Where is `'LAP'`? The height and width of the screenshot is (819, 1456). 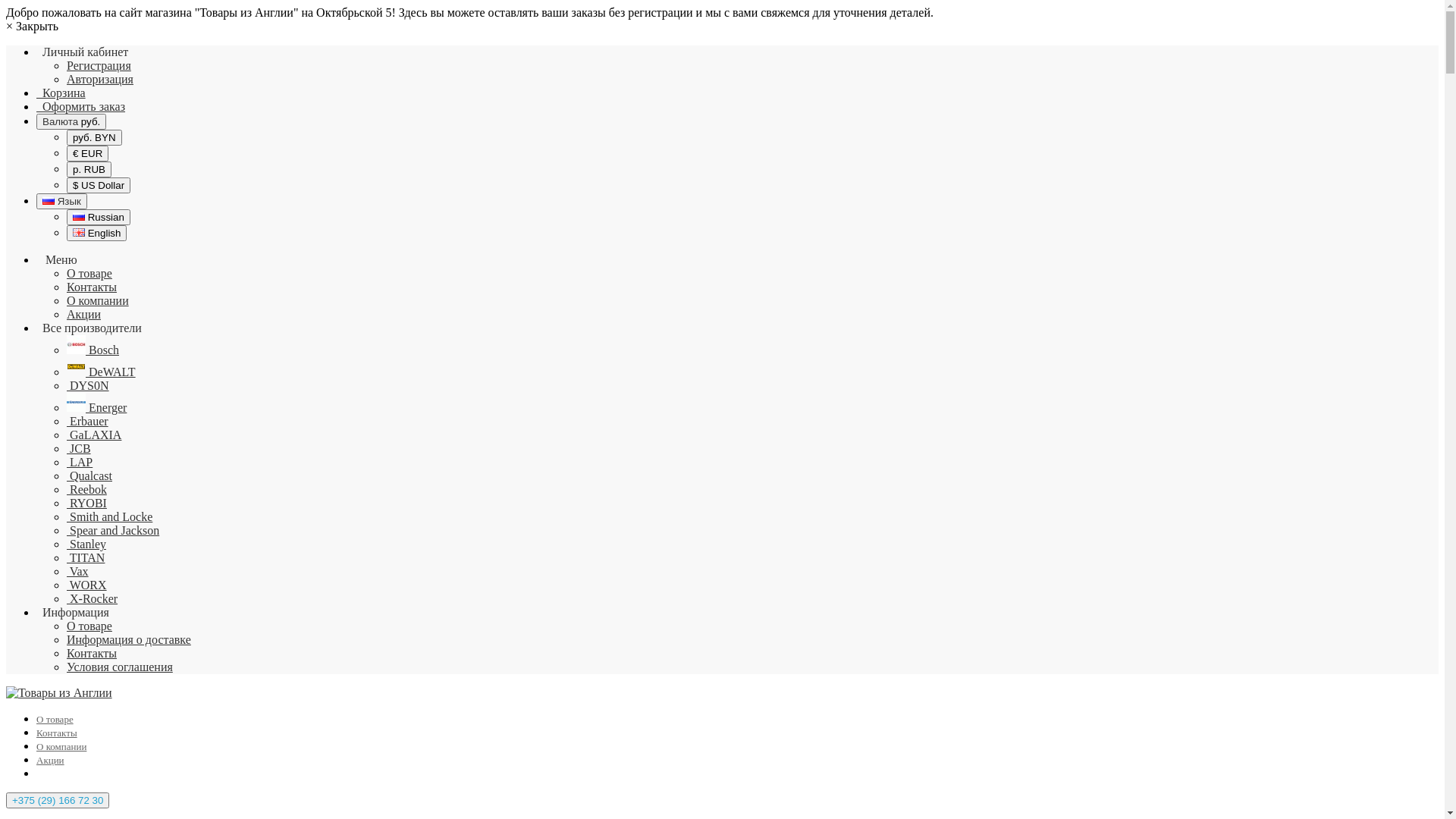
'LAP' is located at coordinates (79, 461).